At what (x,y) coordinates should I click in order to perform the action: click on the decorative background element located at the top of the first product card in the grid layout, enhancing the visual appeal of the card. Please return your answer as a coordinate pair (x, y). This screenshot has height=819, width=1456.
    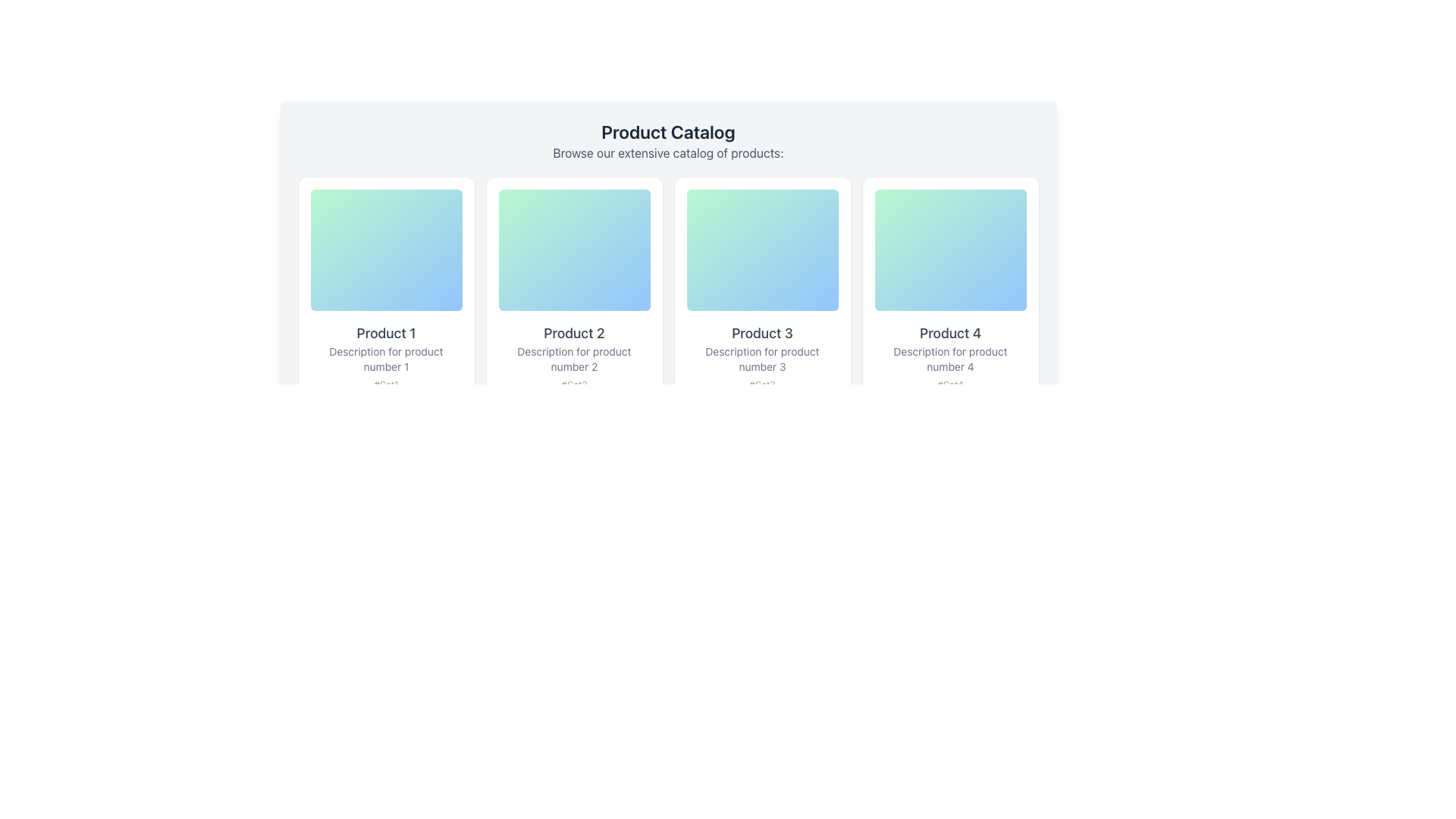
    Looking at the image, I should click on (386, 249).